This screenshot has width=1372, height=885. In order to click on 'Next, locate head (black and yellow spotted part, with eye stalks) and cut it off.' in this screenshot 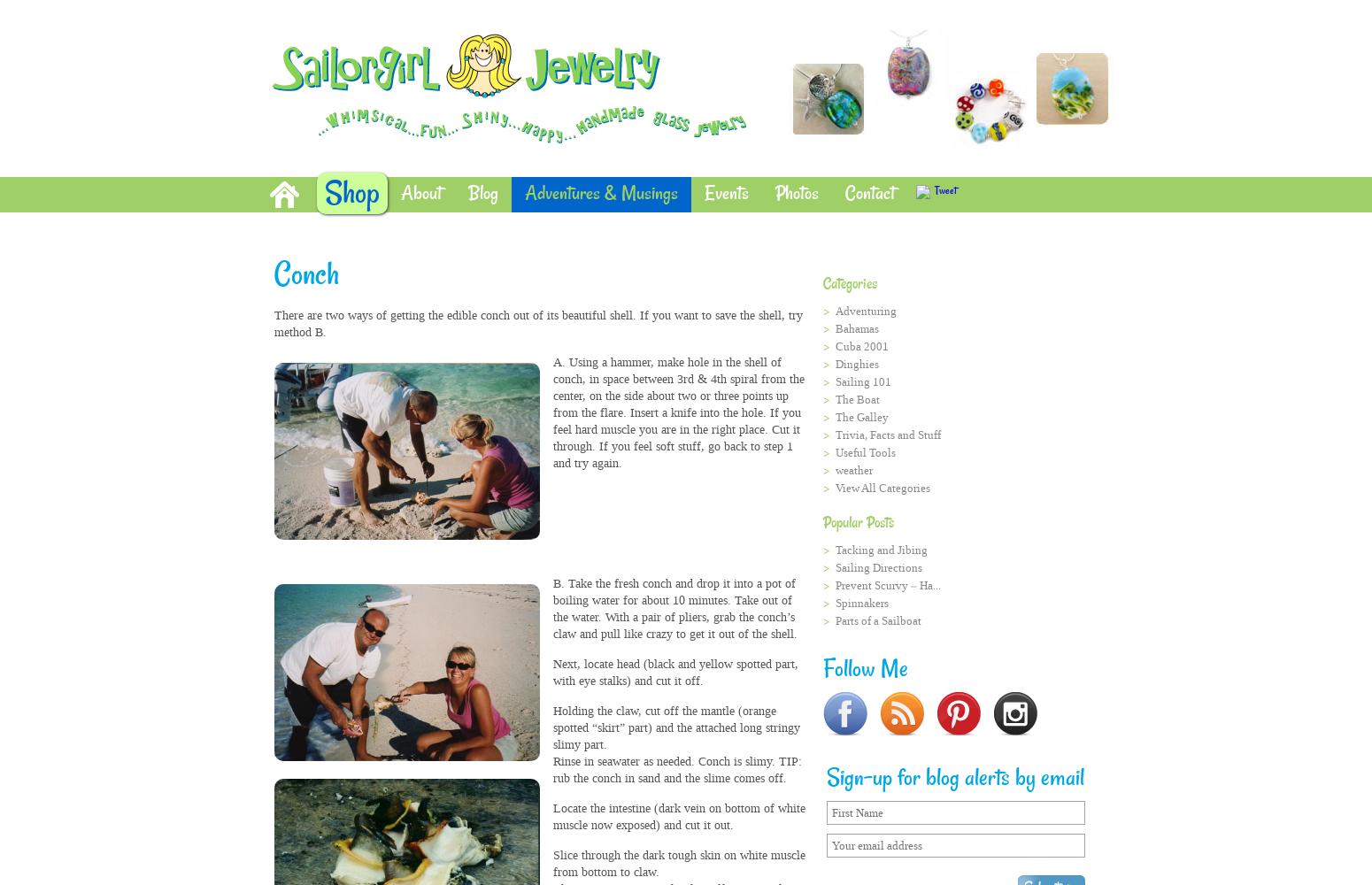, I will do `click(675, 673)`.